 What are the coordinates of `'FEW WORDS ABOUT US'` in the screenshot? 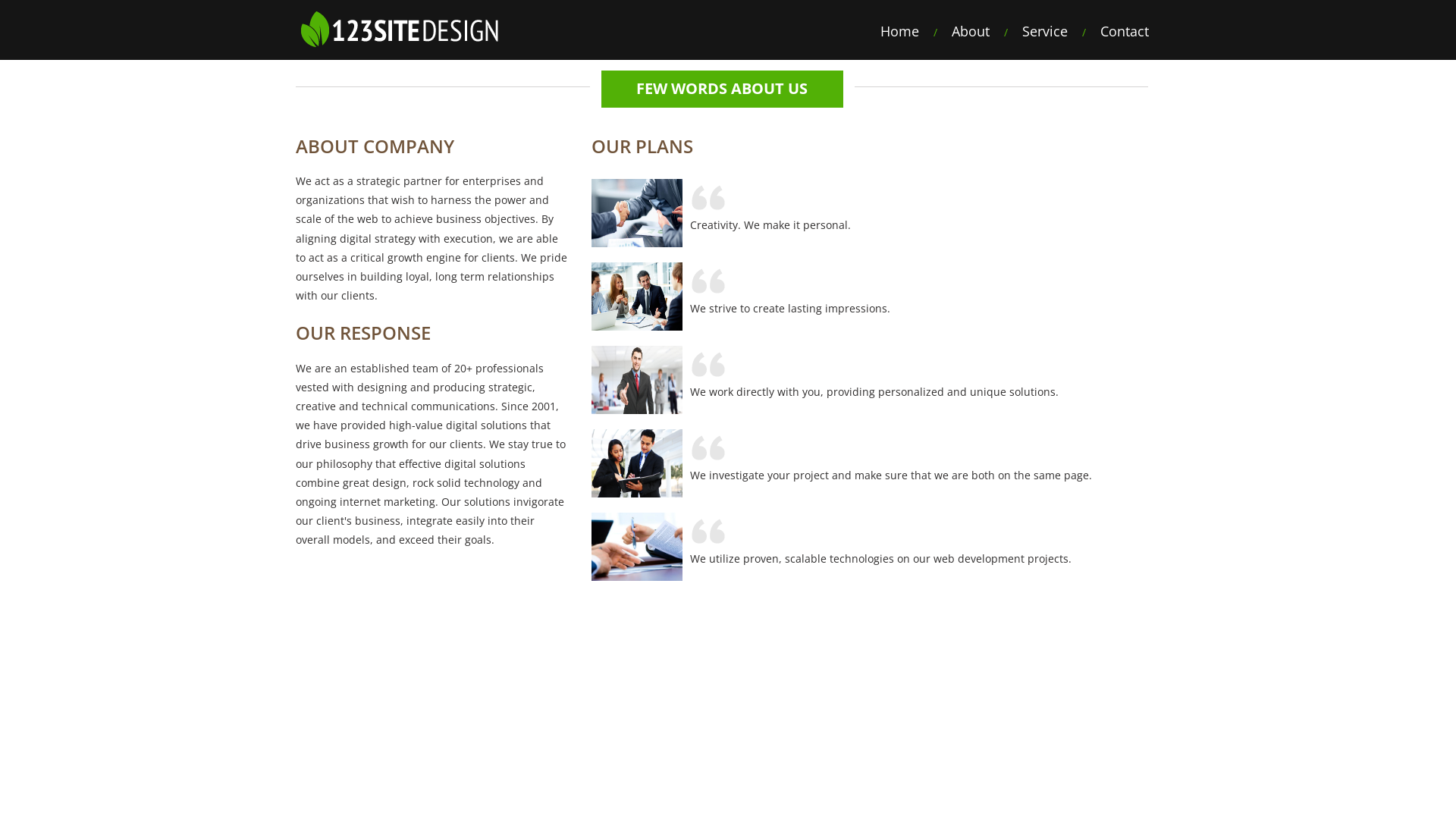 It's located at (721, 89).